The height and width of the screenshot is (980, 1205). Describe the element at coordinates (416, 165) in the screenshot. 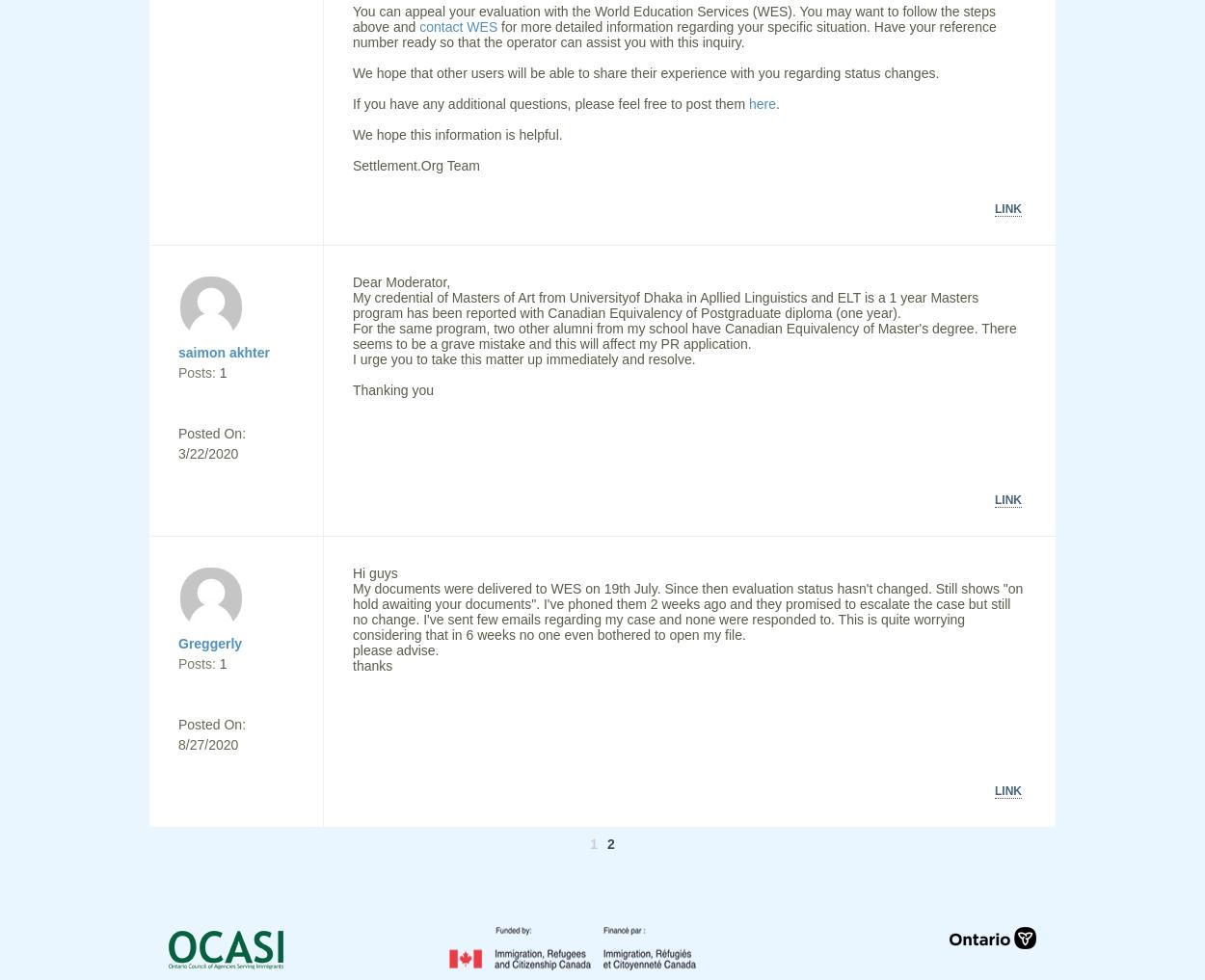

I see `'Settlement.Org Team'` at that location.